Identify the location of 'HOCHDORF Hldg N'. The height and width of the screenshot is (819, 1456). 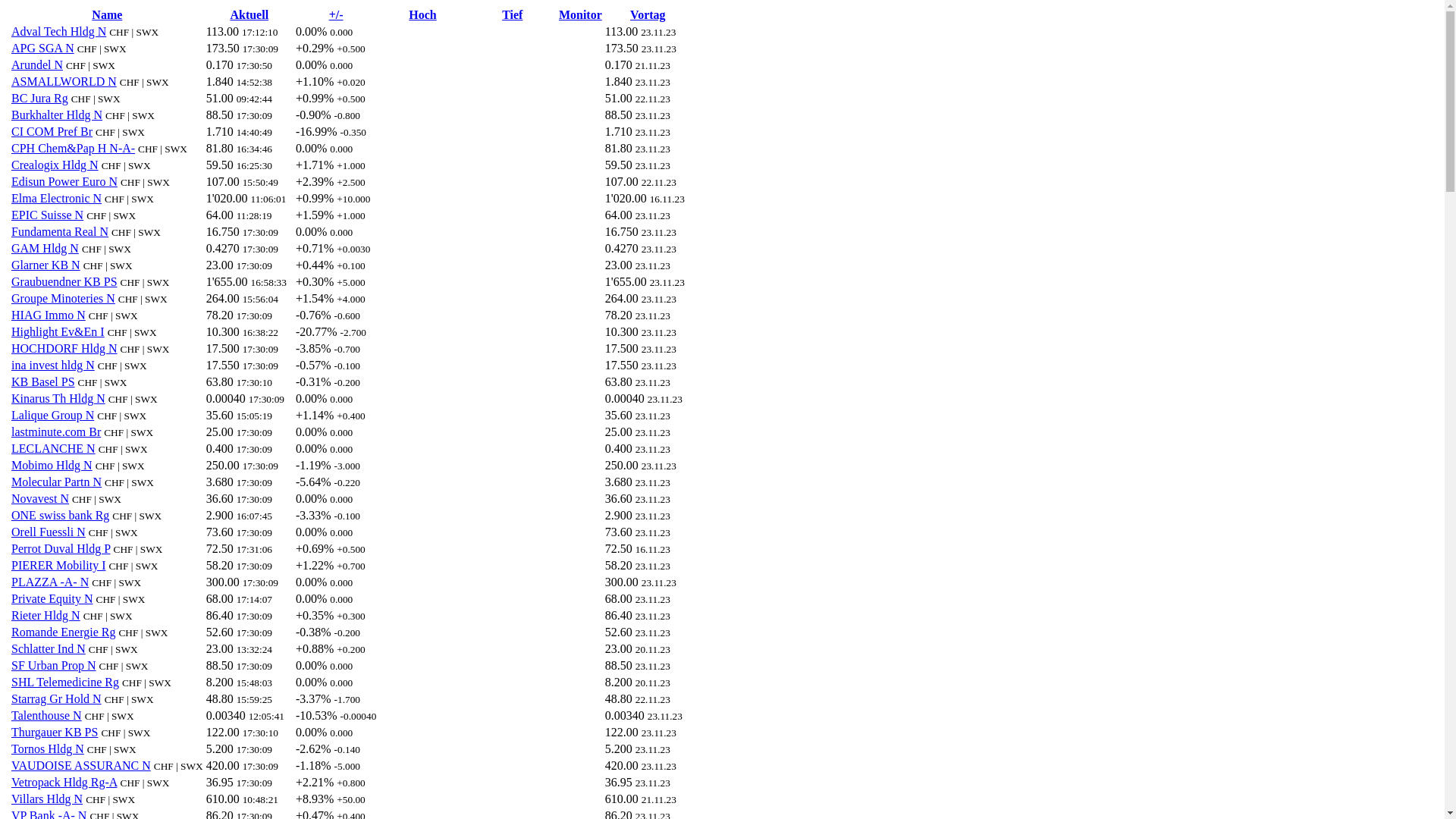
(64, 348).